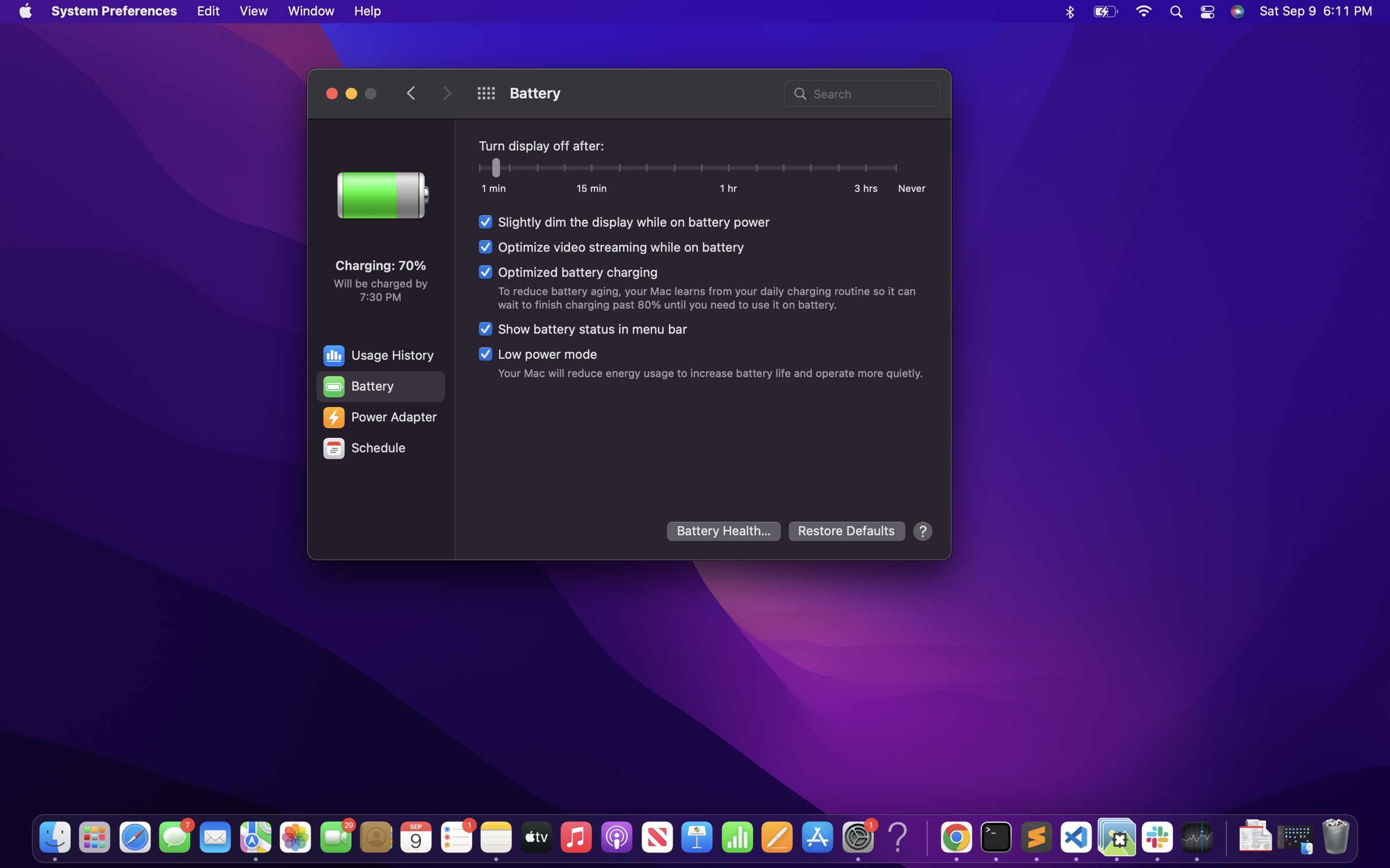 The width and height of the screenshot is (1390, 868). What do you see at coordinates (331, 92) in the screenshot?
I see `Terminate the existing window` at bounding box center [331, 92].